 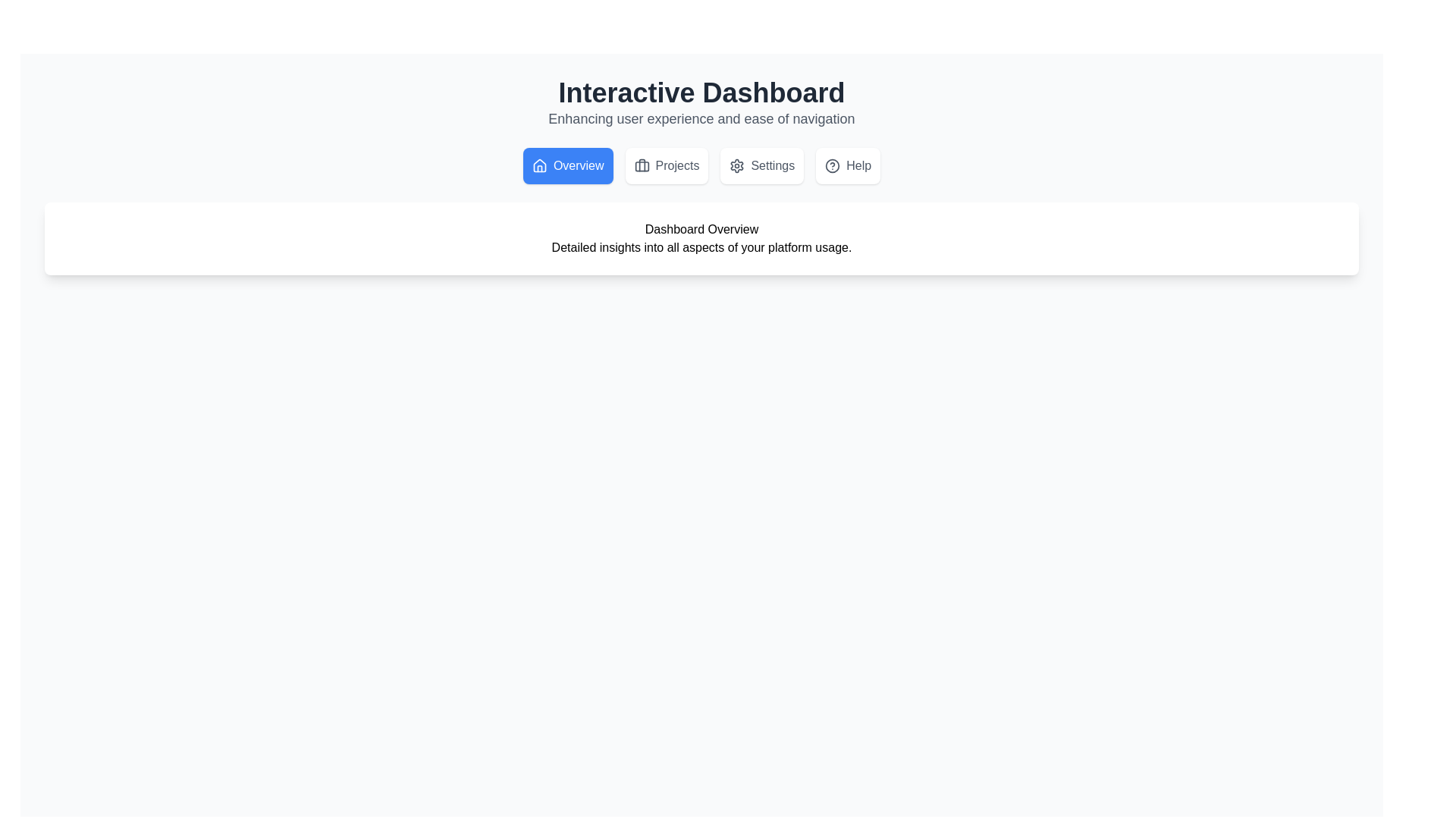 What do you see at coordinates (539, 165) in the screenshot?
I see `the house icon embedded within the blue 'Overview' button` at bounding box center [539, 165].